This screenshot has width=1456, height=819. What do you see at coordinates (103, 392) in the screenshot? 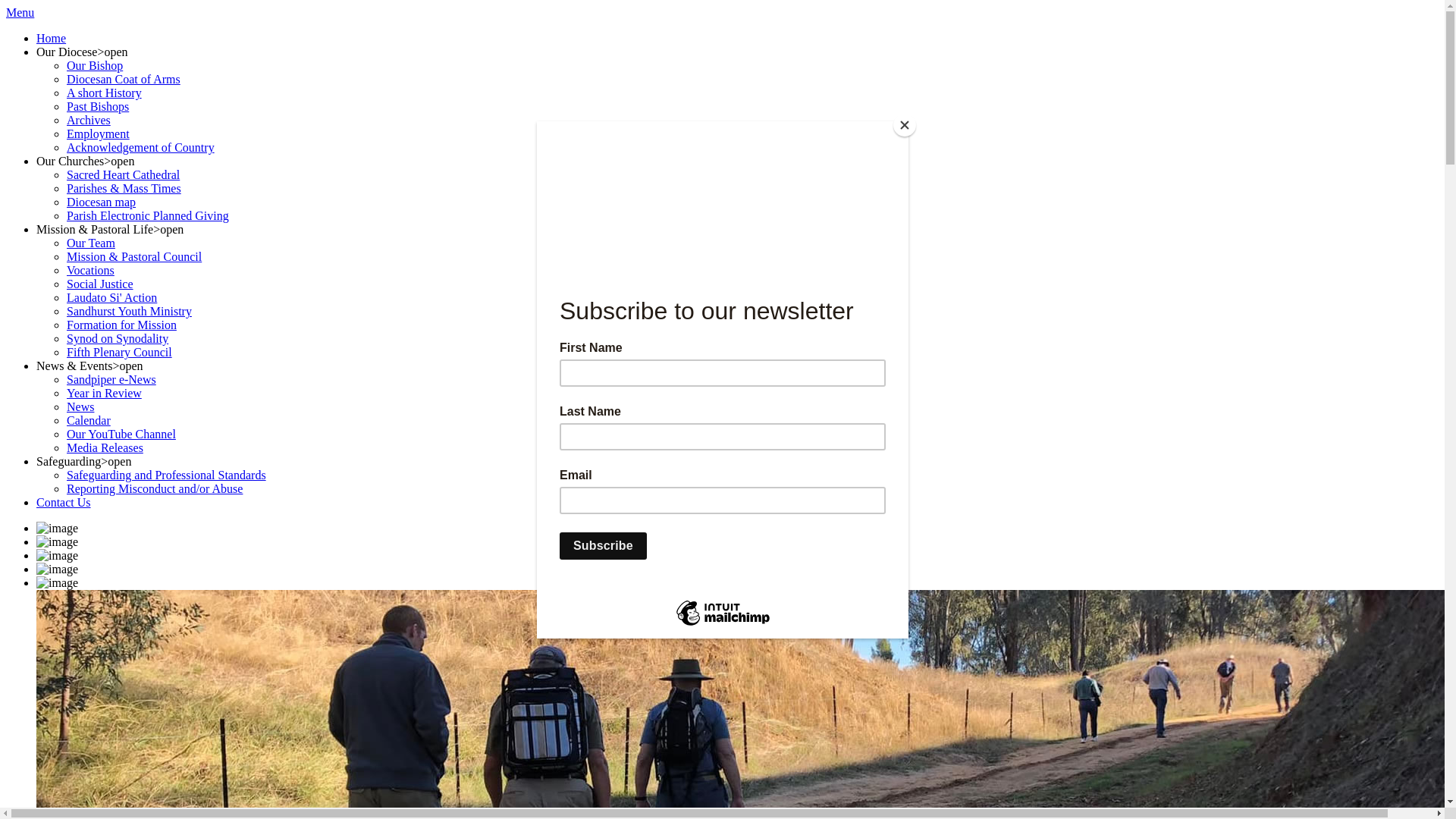
I see `'Year in Review'` at bounding box center [103, 392].